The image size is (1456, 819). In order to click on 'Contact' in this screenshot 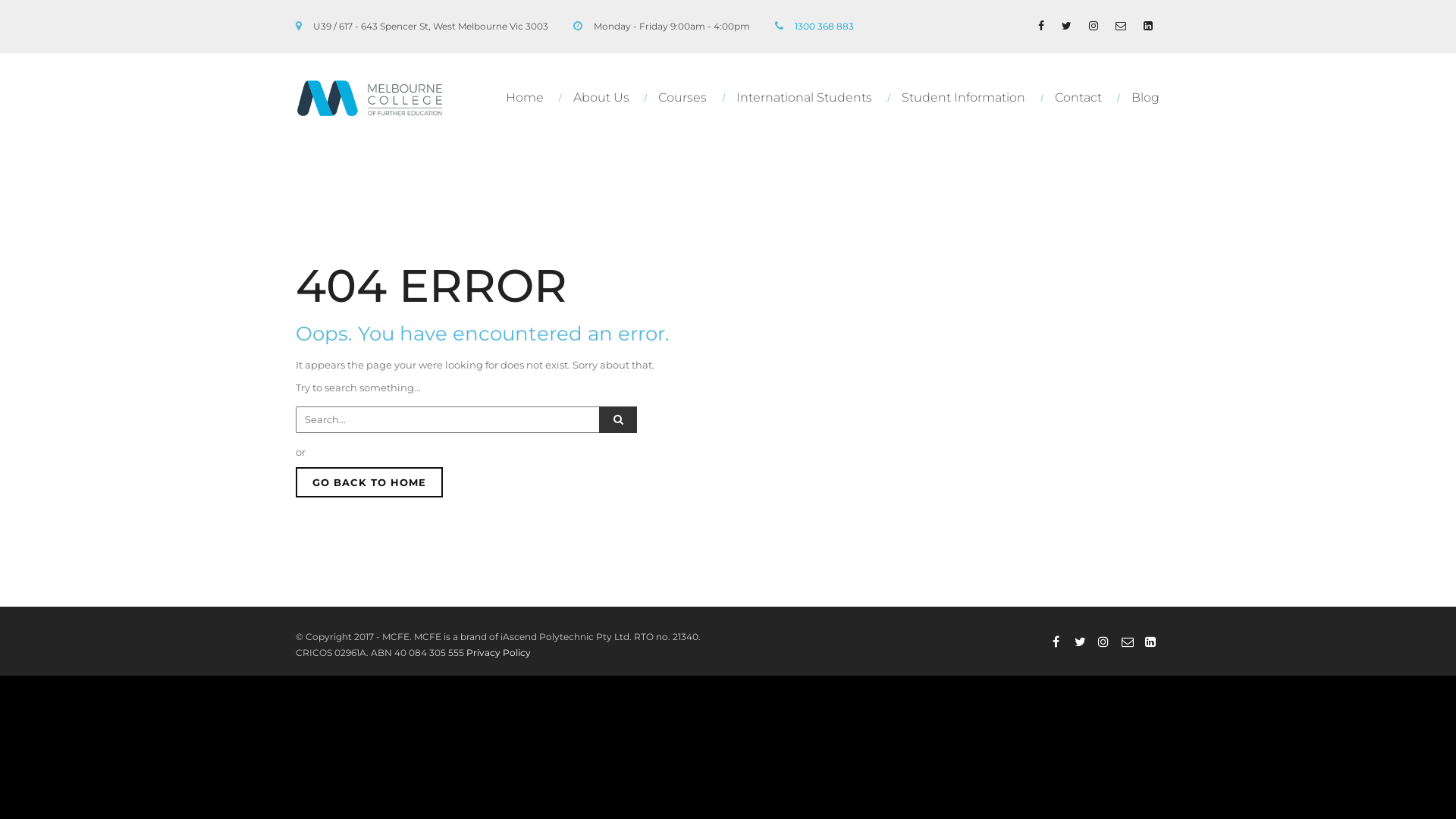, I will do `click(1081, 97)`.